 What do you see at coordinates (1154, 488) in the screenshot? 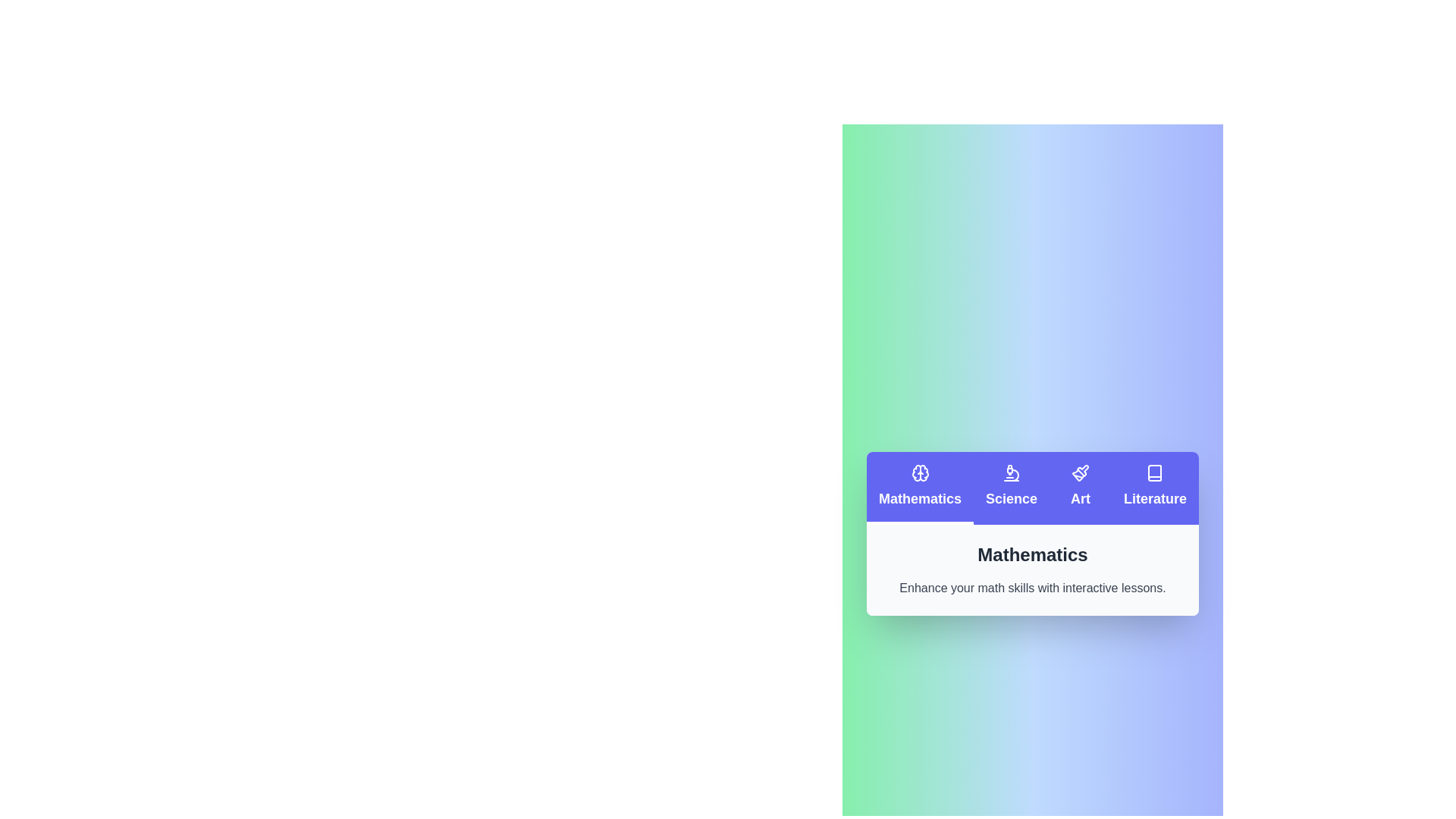
I see `the Literature tab by clicking on it` at bounding box center [1154, 488].